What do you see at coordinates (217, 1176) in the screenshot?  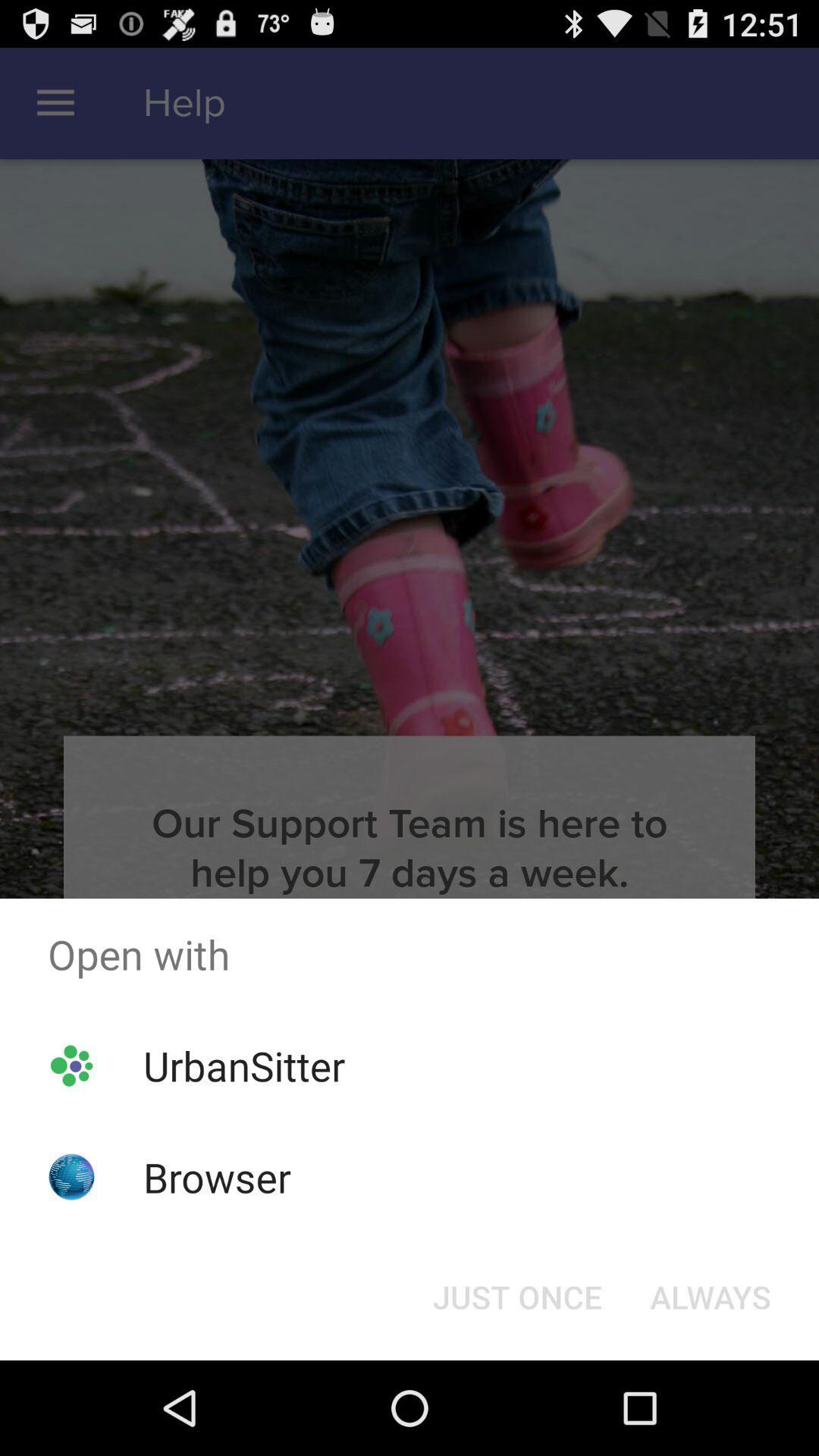 I see `app below urbansitter icon` at bounding box center [217, 1176].